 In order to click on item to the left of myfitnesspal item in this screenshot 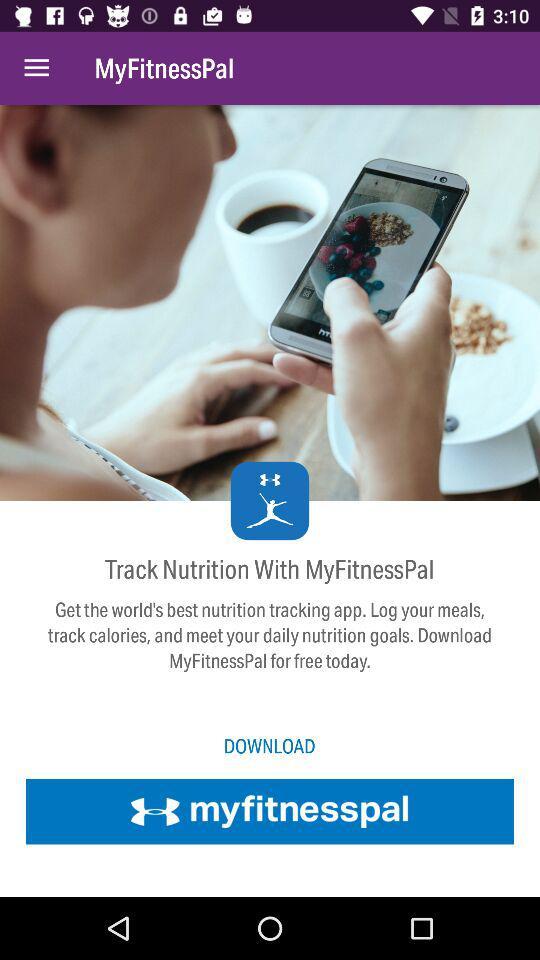, I will do `click(36, 68)`.